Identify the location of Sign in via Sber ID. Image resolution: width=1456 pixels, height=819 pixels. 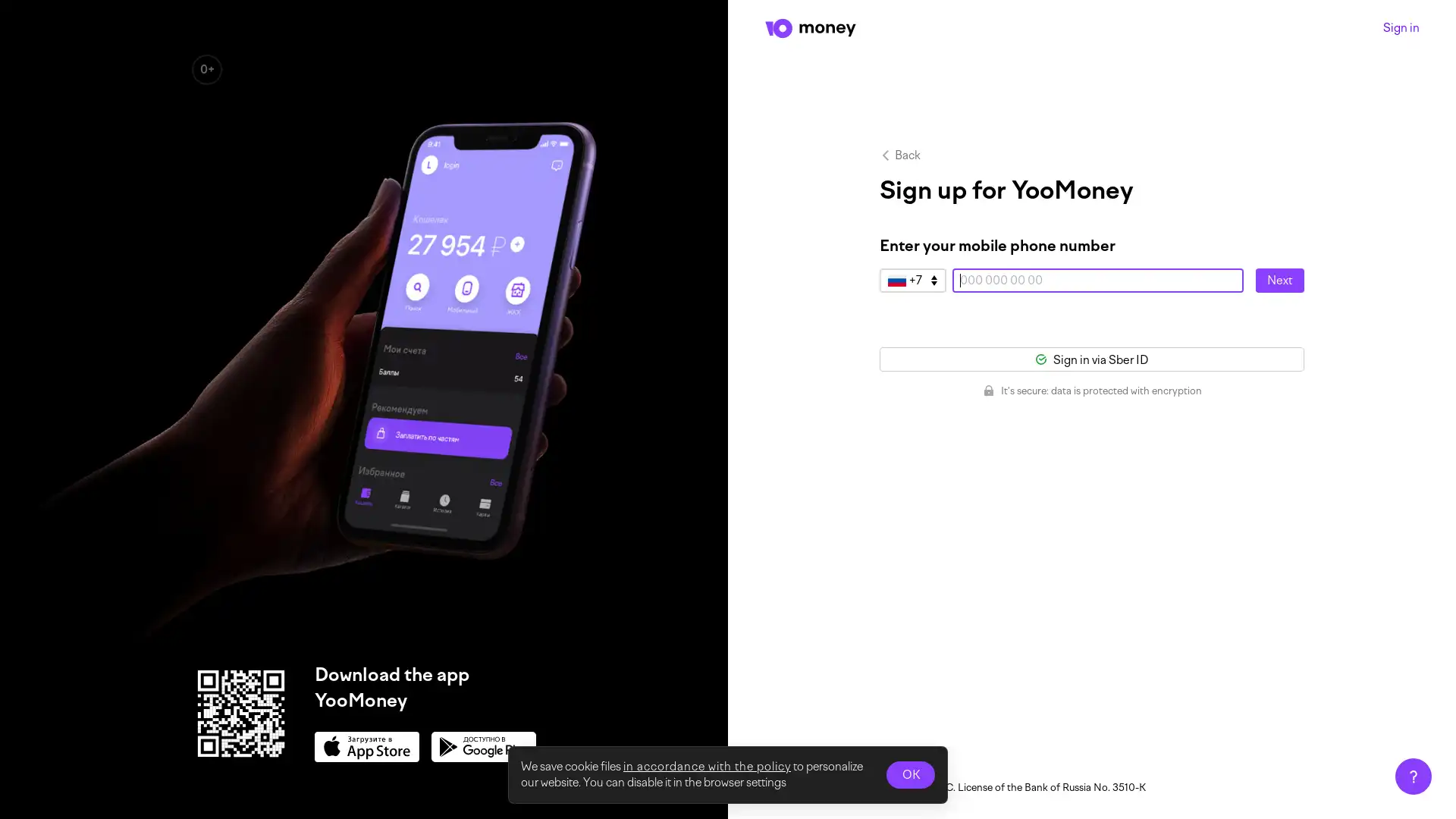
(1092, 359).